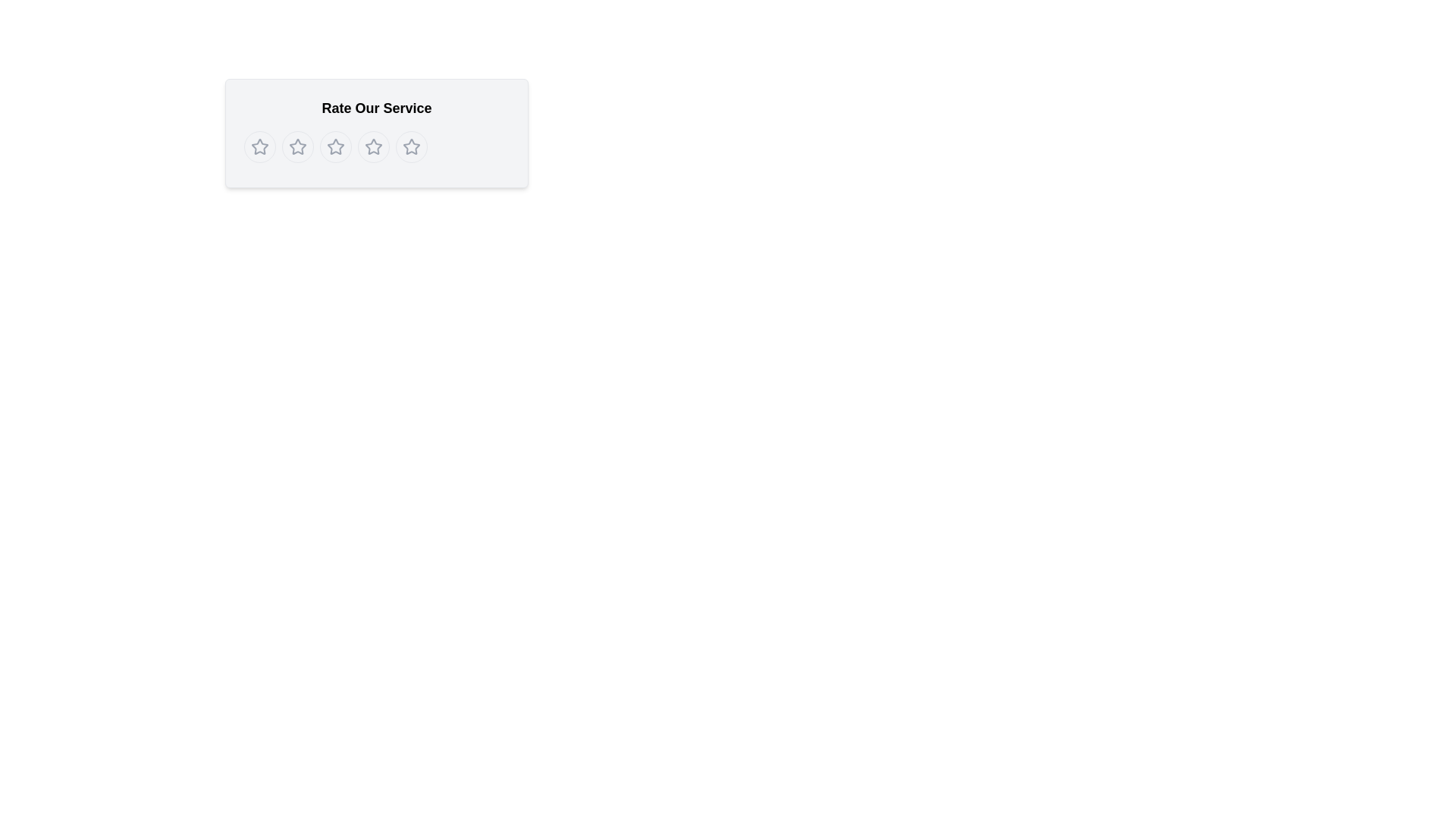 The image size is (1456, 819). I want to click on the fourth button in the star-based rating system, so click(374, 146).